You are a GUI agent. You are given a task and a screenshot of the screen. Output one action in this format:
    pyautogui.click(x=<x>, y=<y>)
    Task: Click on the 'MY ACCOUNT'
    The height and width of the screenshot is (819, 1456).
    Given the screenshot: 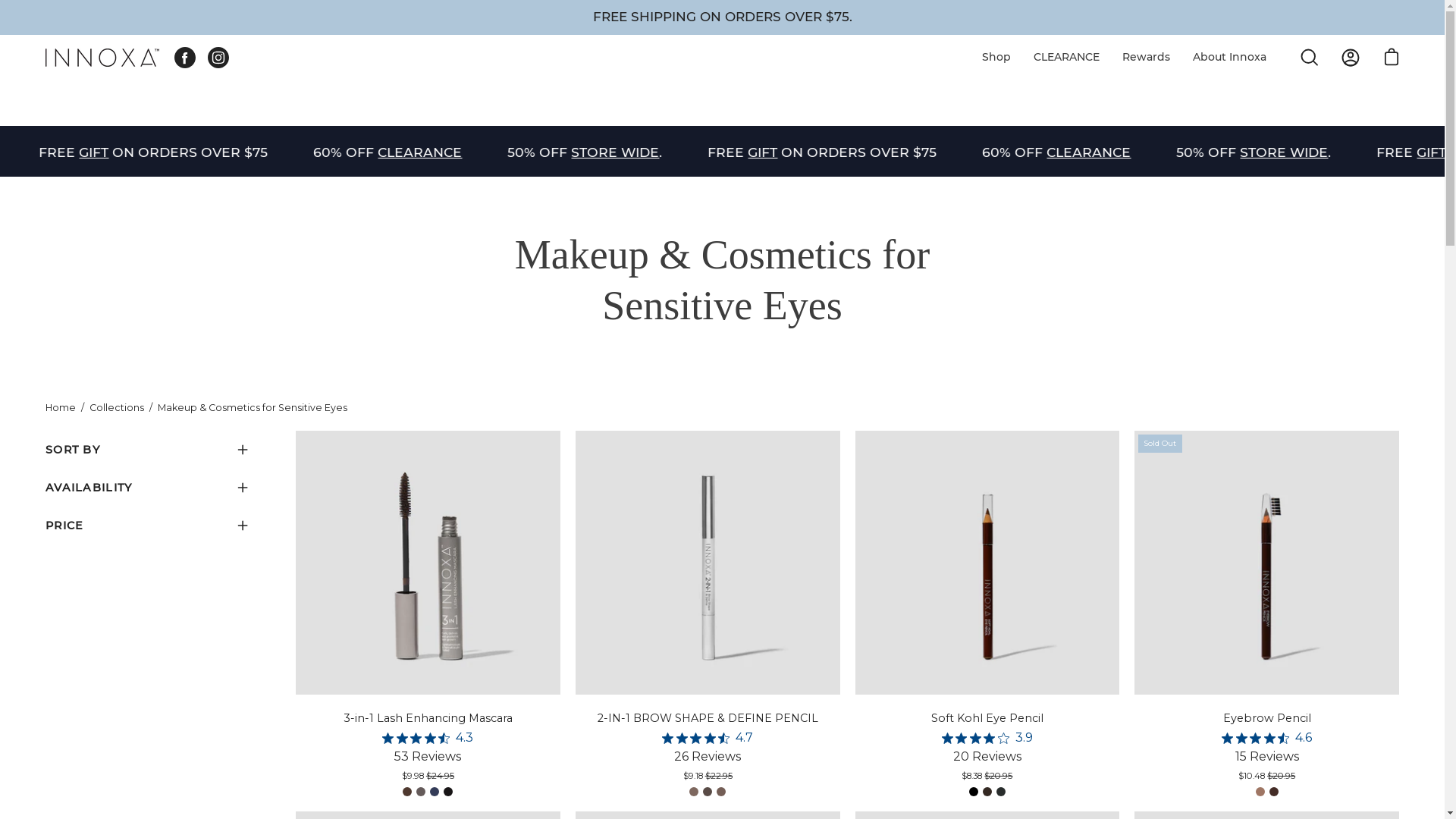 What is the action you would take?
    pyautogui.click(x=1350, y=57)
    